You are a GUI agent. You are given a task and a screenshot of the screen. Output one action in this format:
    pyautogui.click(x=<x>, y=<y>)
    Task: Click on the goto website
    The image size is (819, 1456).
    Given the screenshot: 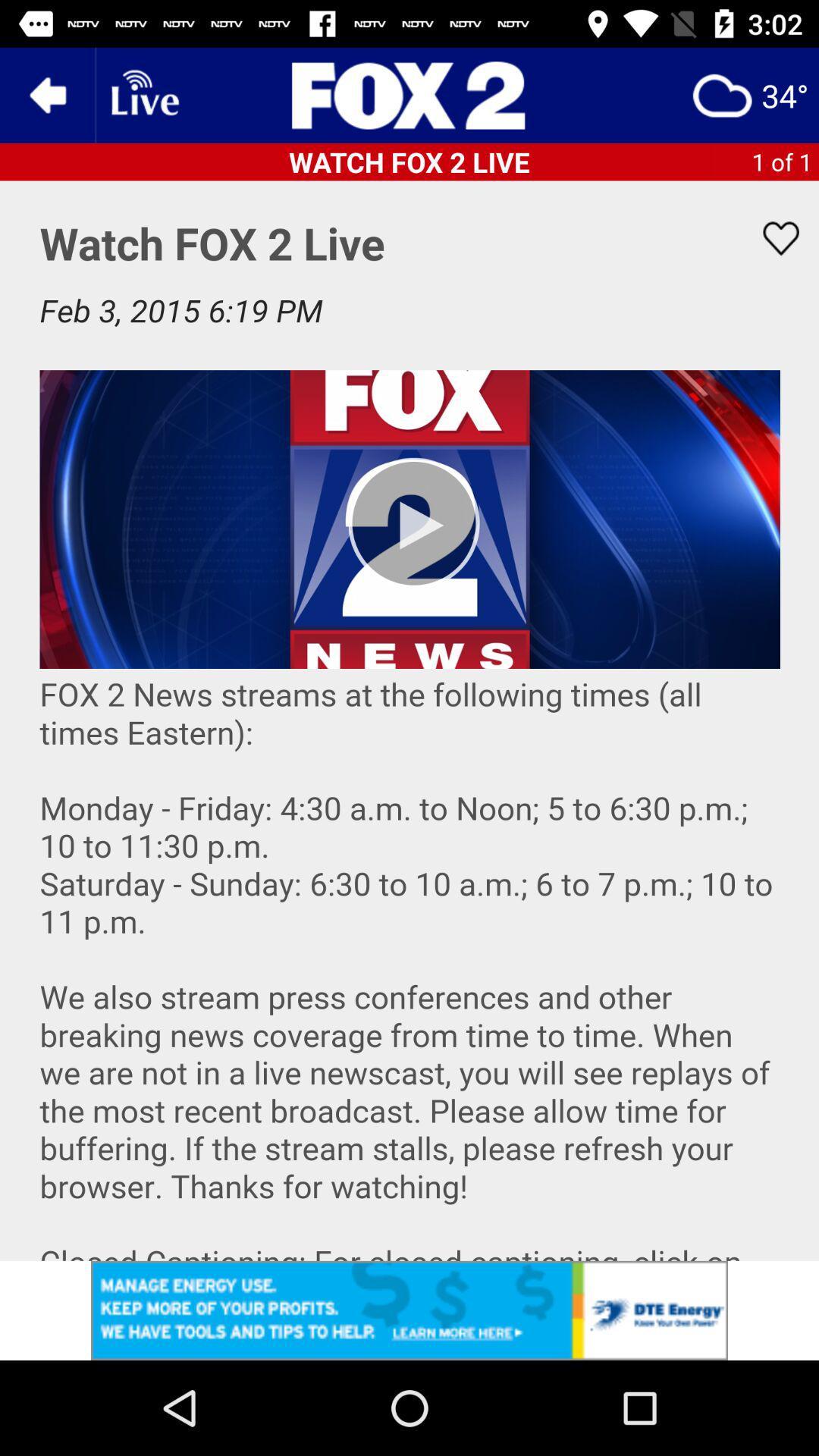 What is the action you would take?
    pyautogui.click(x=409, y=94)
    